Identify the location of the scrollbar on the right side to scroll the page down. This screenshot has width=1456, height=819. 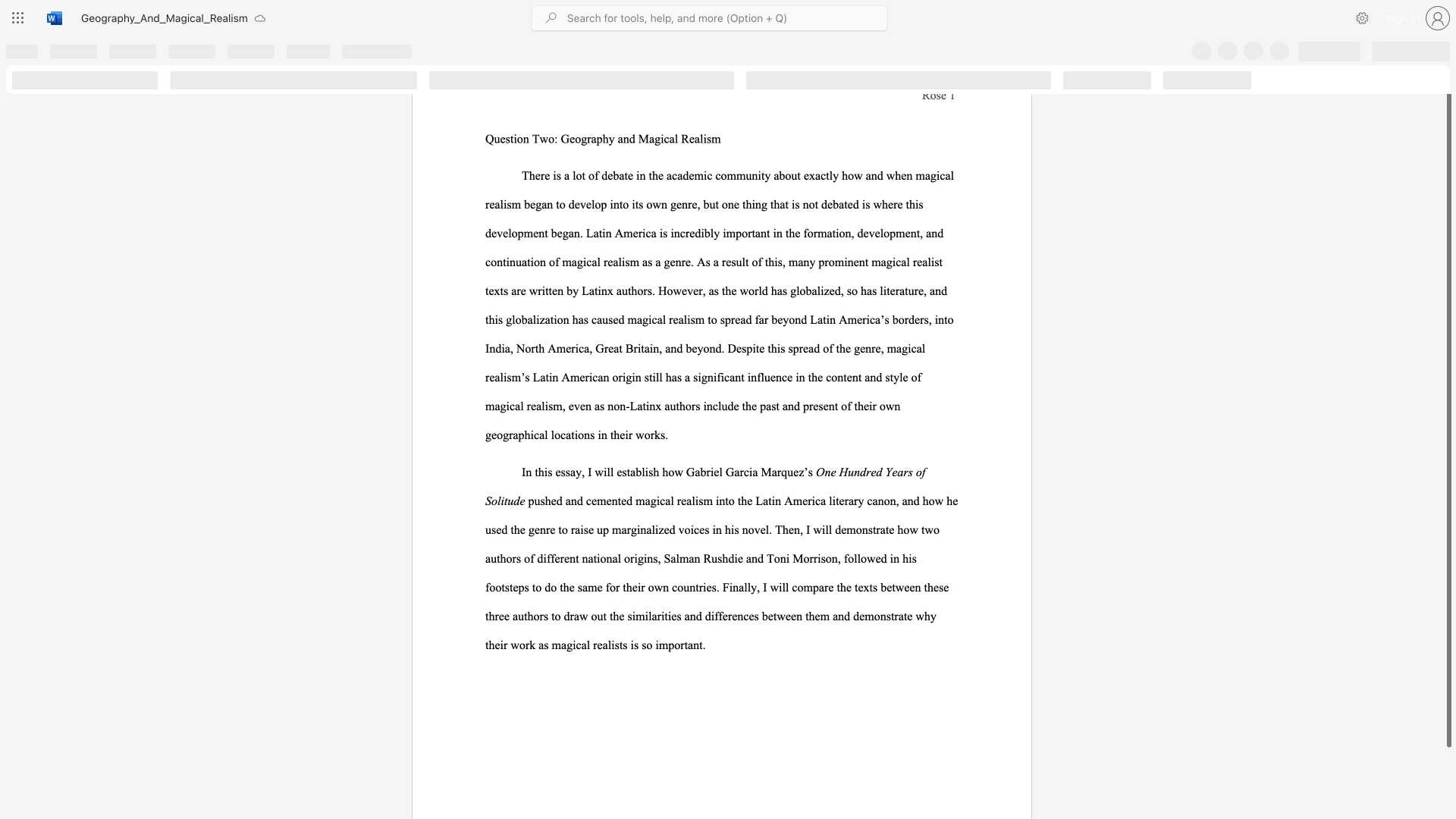
(1448, 780).